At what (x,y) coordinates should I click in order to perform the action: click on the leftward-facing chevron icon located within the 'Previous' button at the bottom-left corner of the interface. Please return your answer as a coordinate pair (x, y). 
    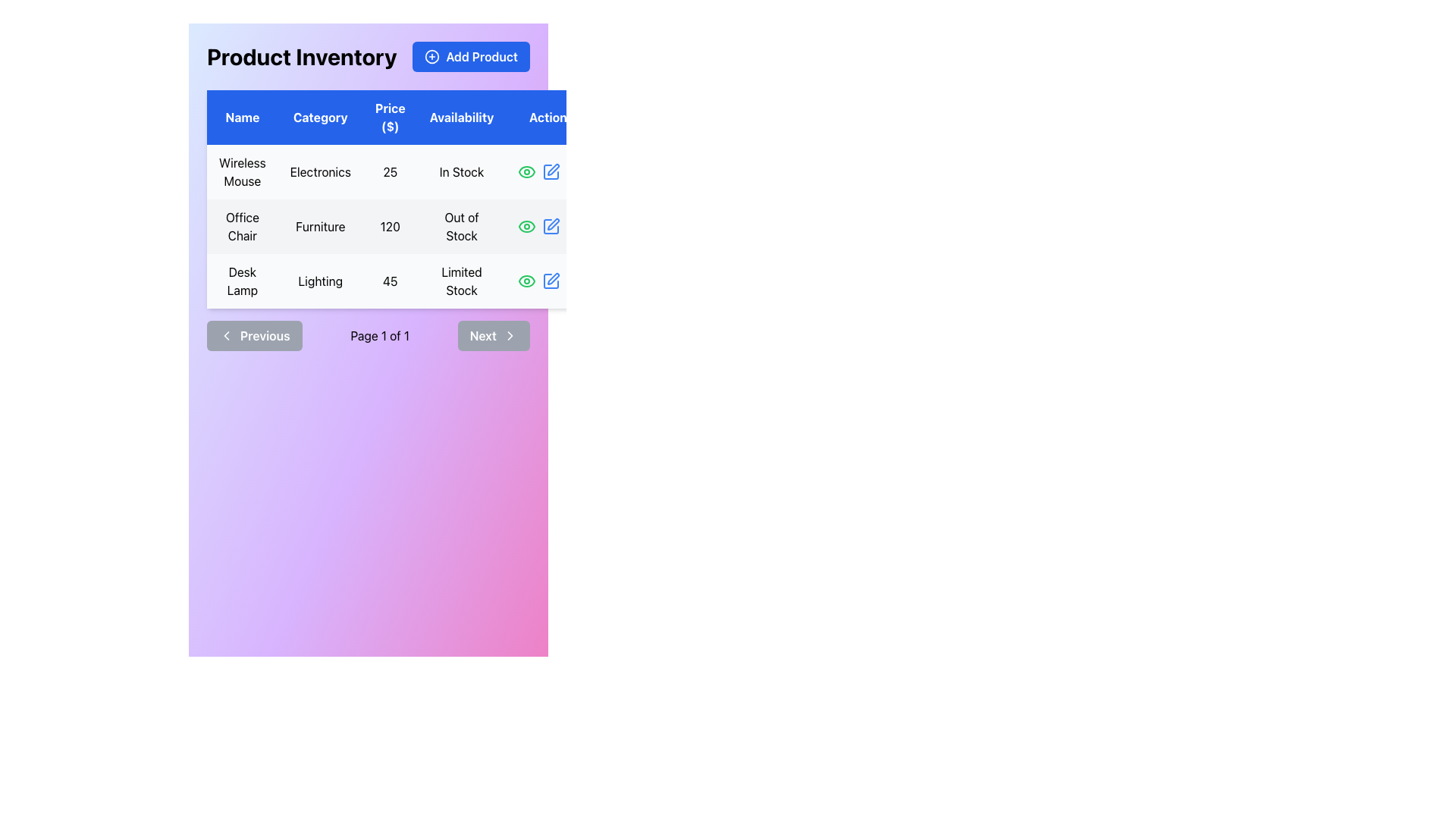
    Looking at the image, I should click on (225, 335).